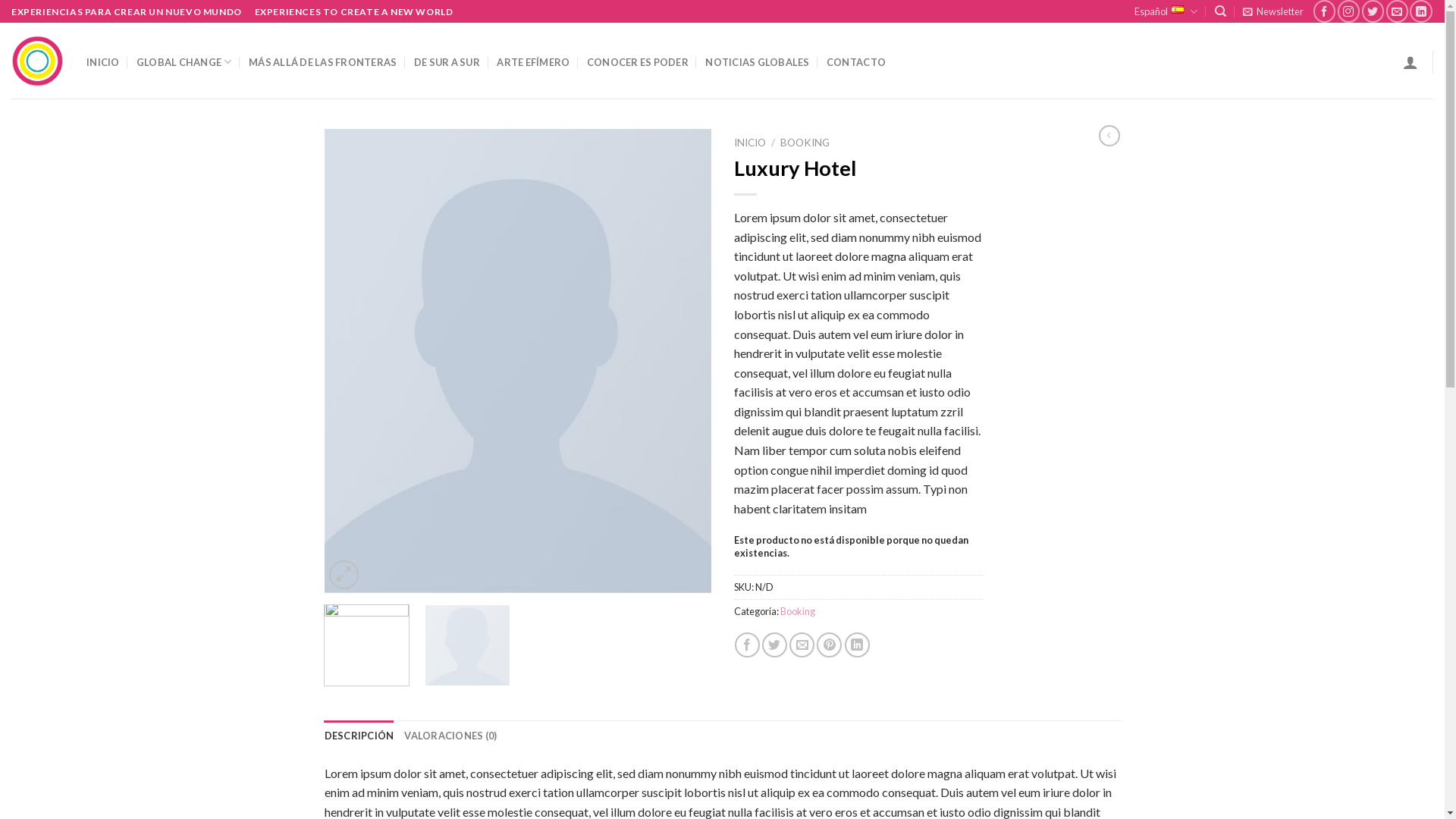  Describe the element at coordinates (1273, 11) in the screenshot. I see `'Newsletter'` at that location.